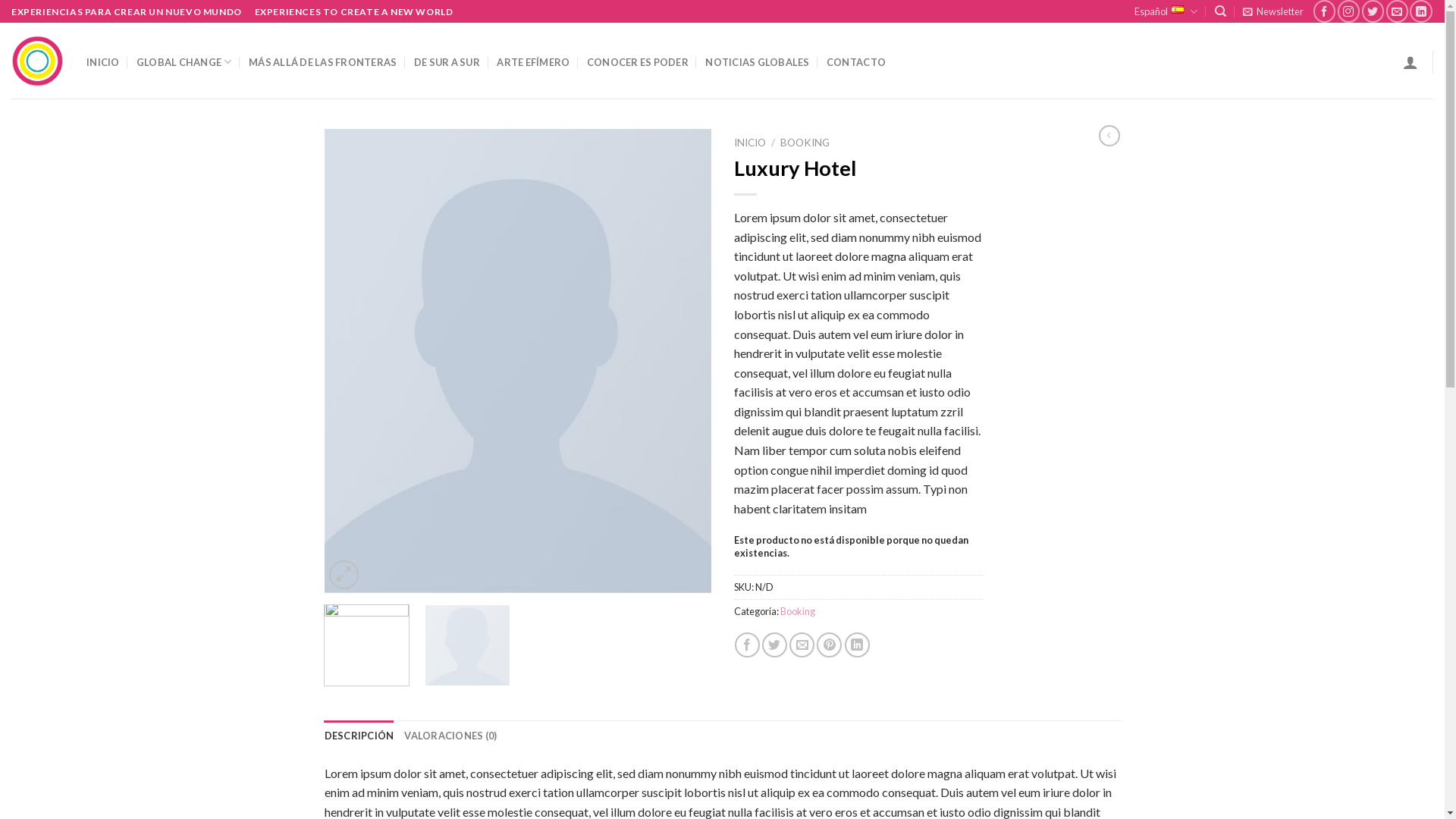  Describe the element at coordinates (1273, 11) in the screenshot. I see `'Newsletter'` at that location.